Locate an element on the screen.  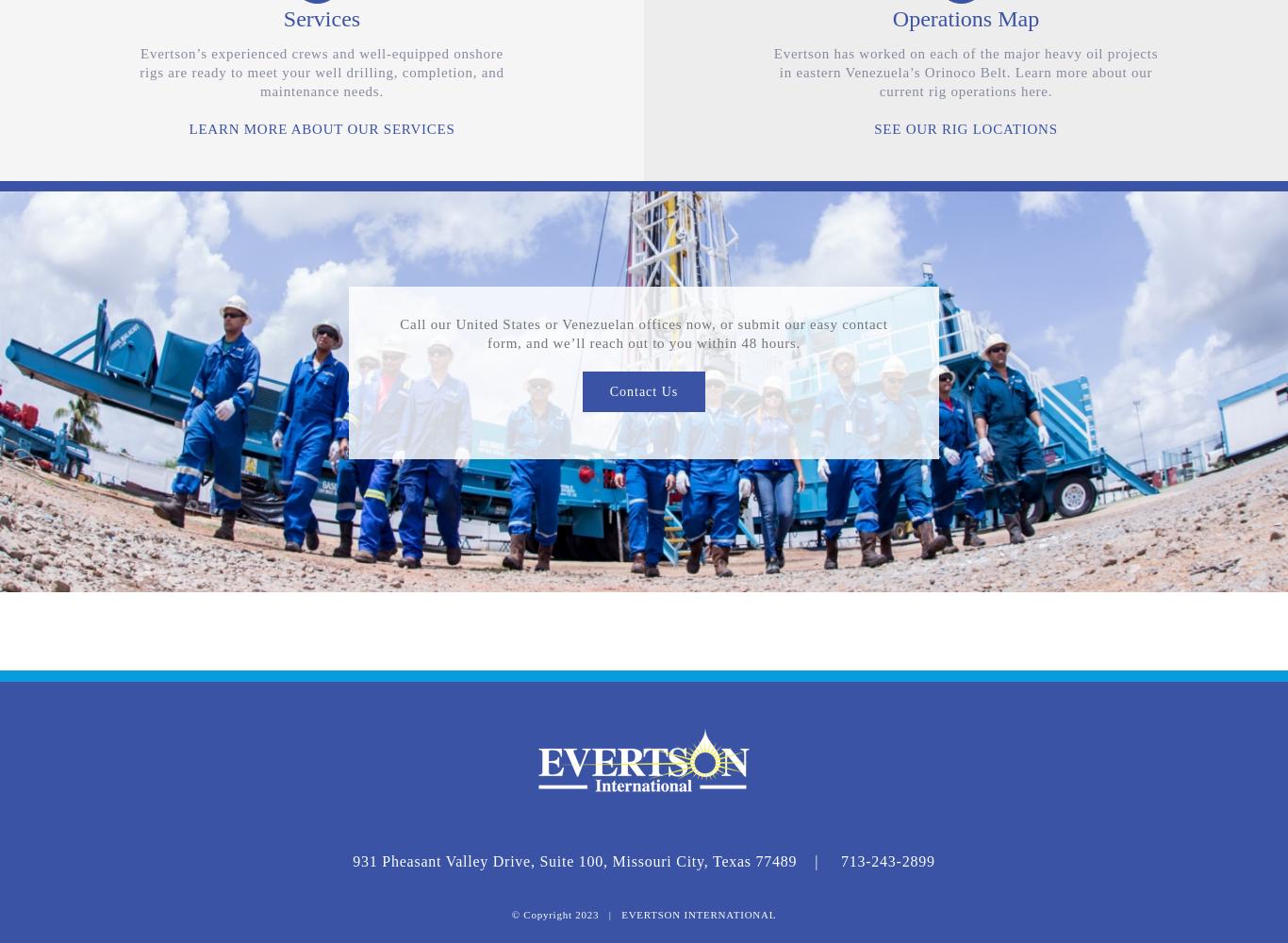
'© Copyright' is located at coordinates (542, 914).